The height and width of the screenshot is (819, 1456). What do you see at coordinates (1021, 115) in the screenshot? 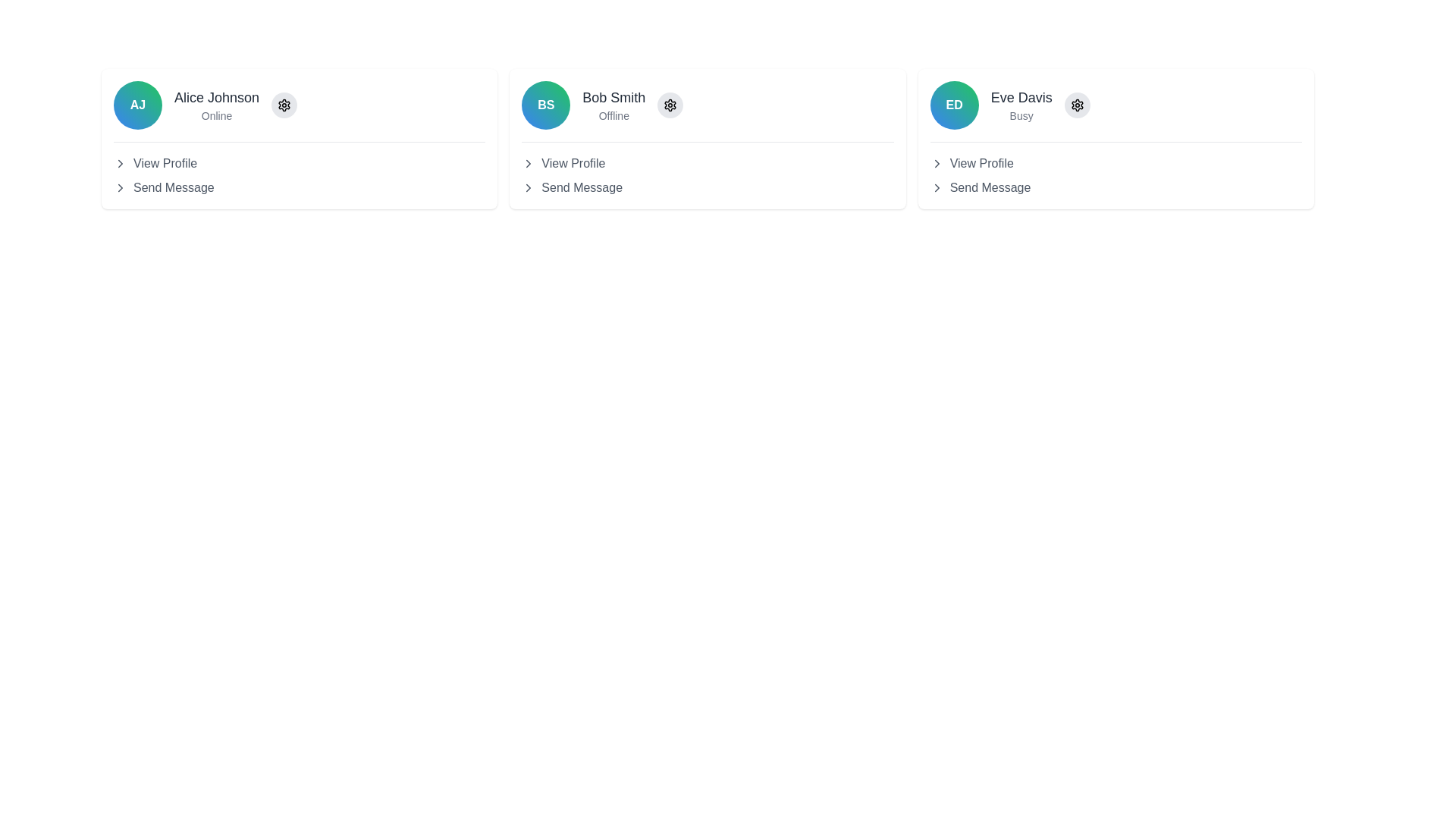
I see `the text label displaying 'Busy' located below 'Eve Davis' in the user card` at bounding box center [1021, 115].